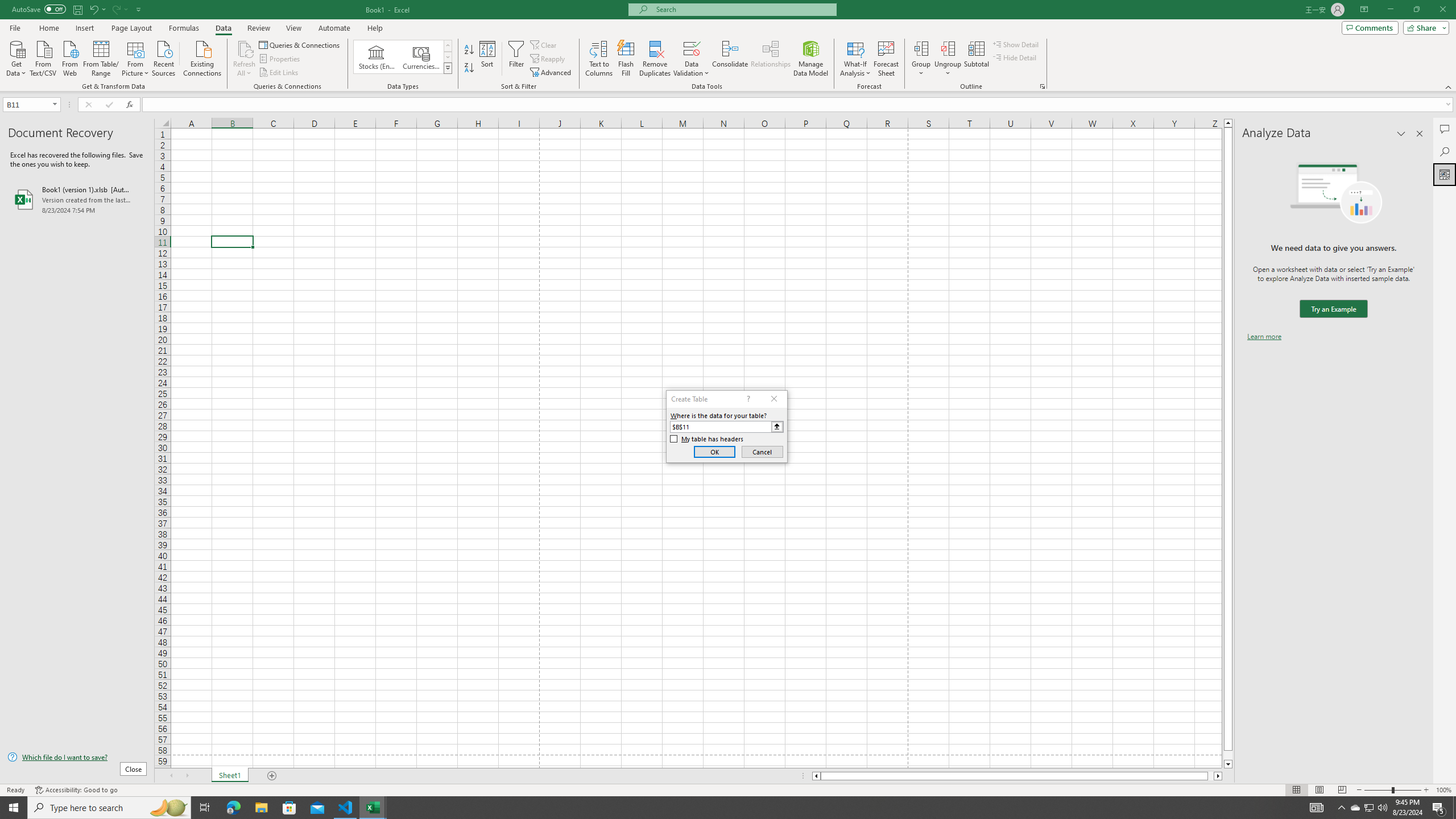  What do you see at coordinates (222, 28) in the screenshot?
I see `'Data'` at bounding box center [222, 28].